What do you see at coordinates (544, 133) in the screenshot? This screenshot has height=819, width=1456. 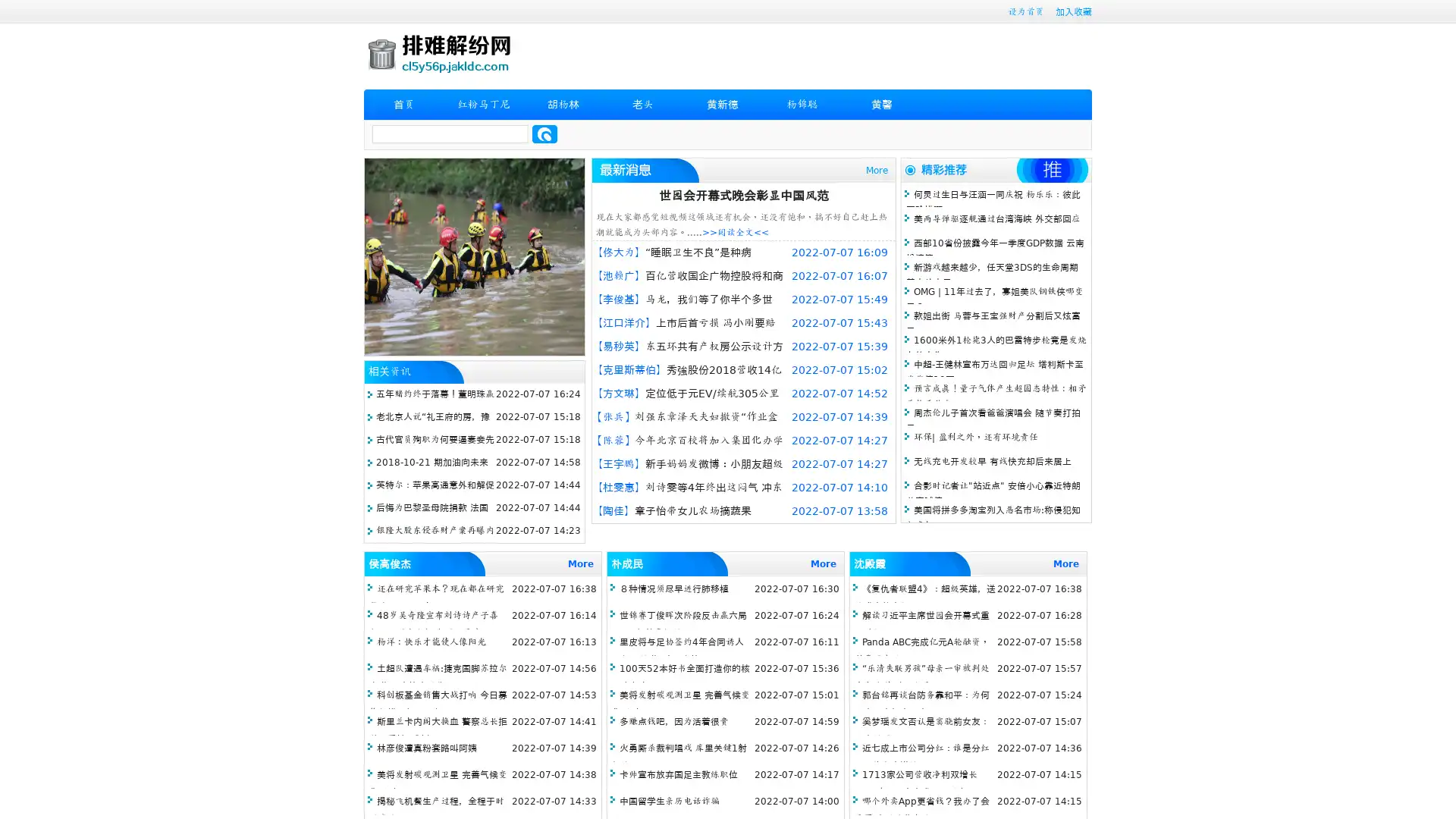 I see `Search` at bounding box center [544, 133].